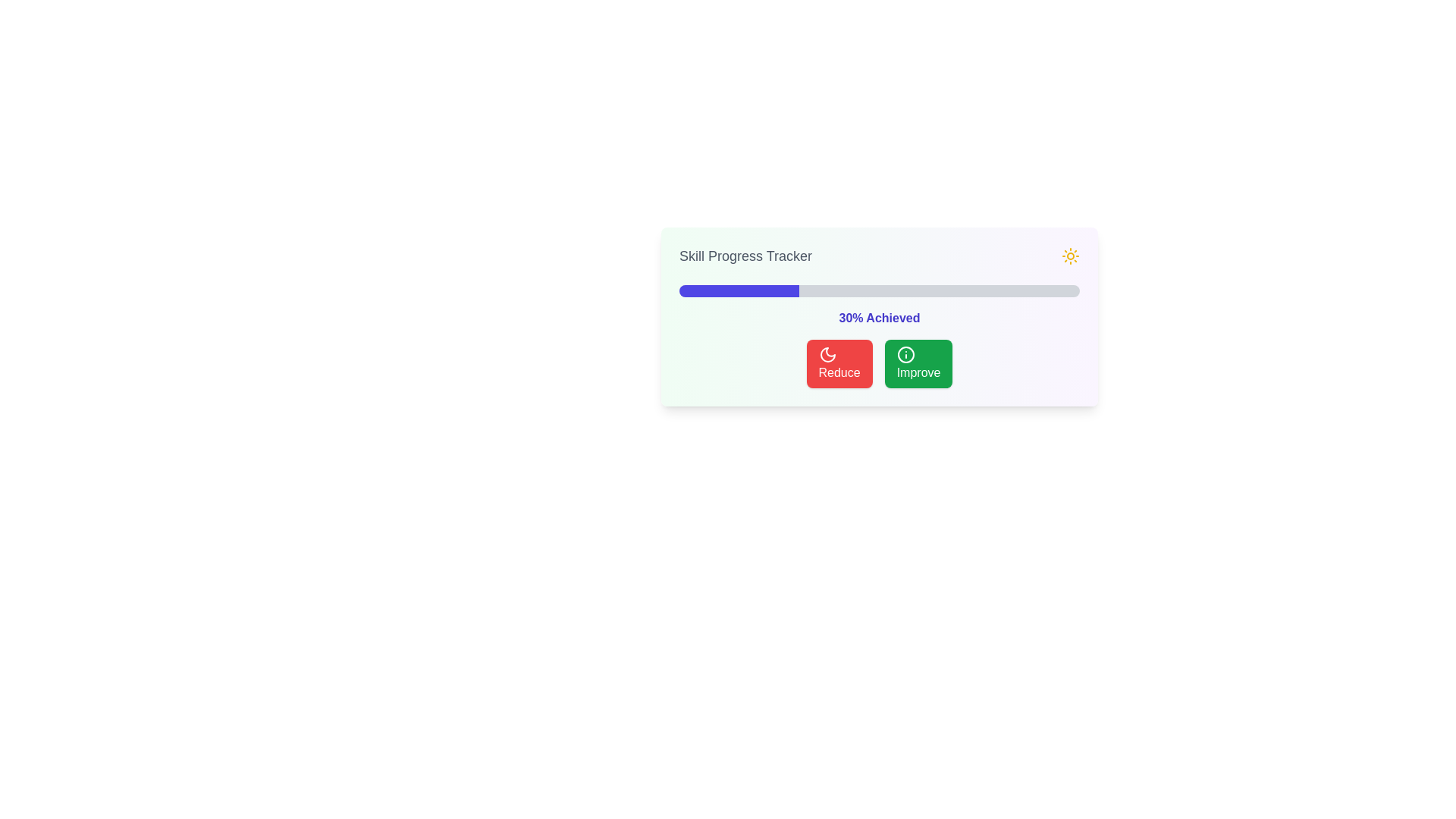  Describe the element at coordinates (839, 363) in the screenshot. I see `the leftmost red button labeled 'Reduce' with a moon icon, located below the progress bar in the 'Skill Progress Tracker' interface` at that location.